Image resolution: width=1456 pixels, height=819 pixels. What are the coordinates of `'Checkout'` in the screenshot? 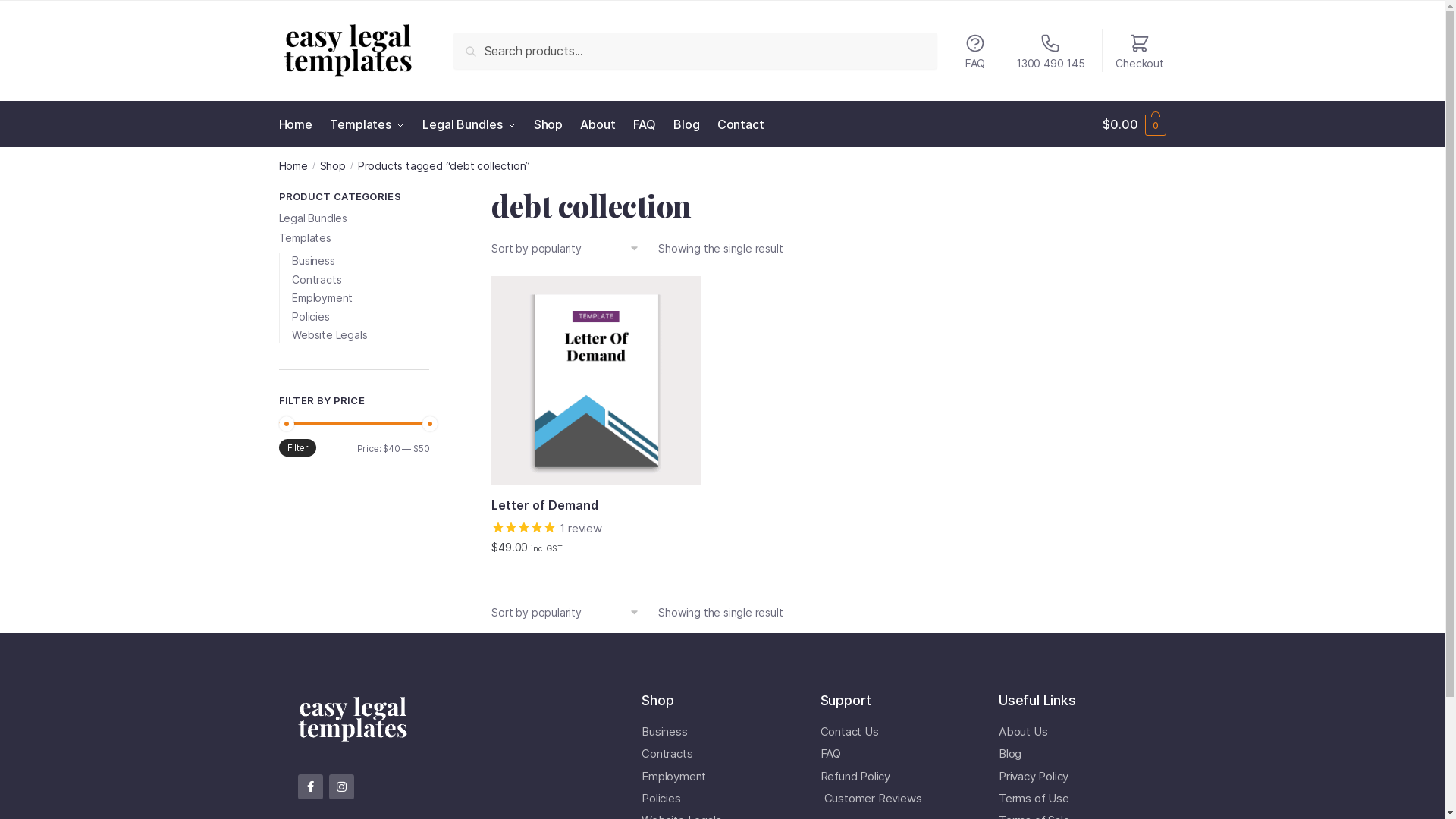 It's located at (1106, 49).